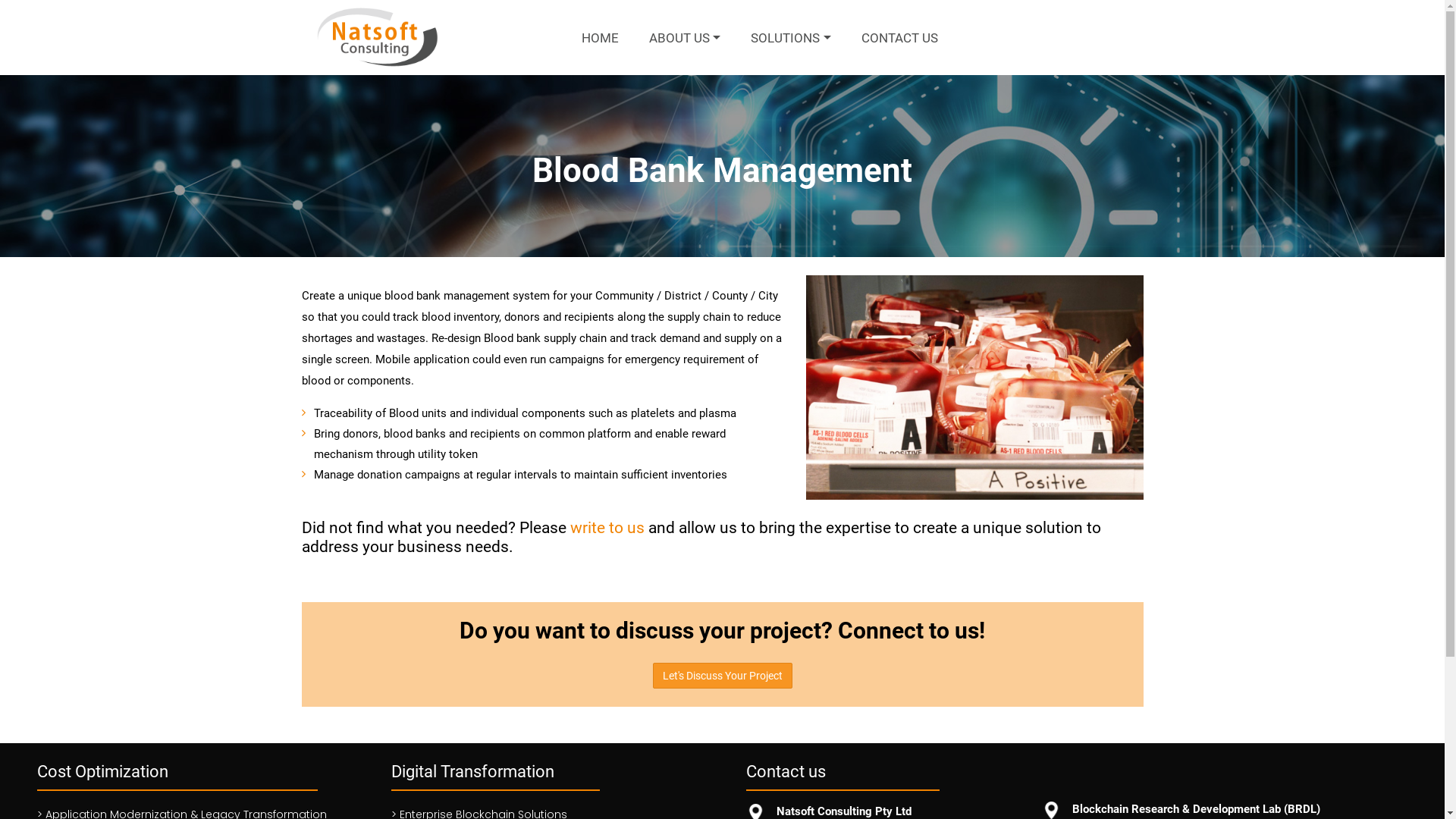  Describe the element at coordinates (570, 526) in the screenshot. I see `'write to us'` at that location.